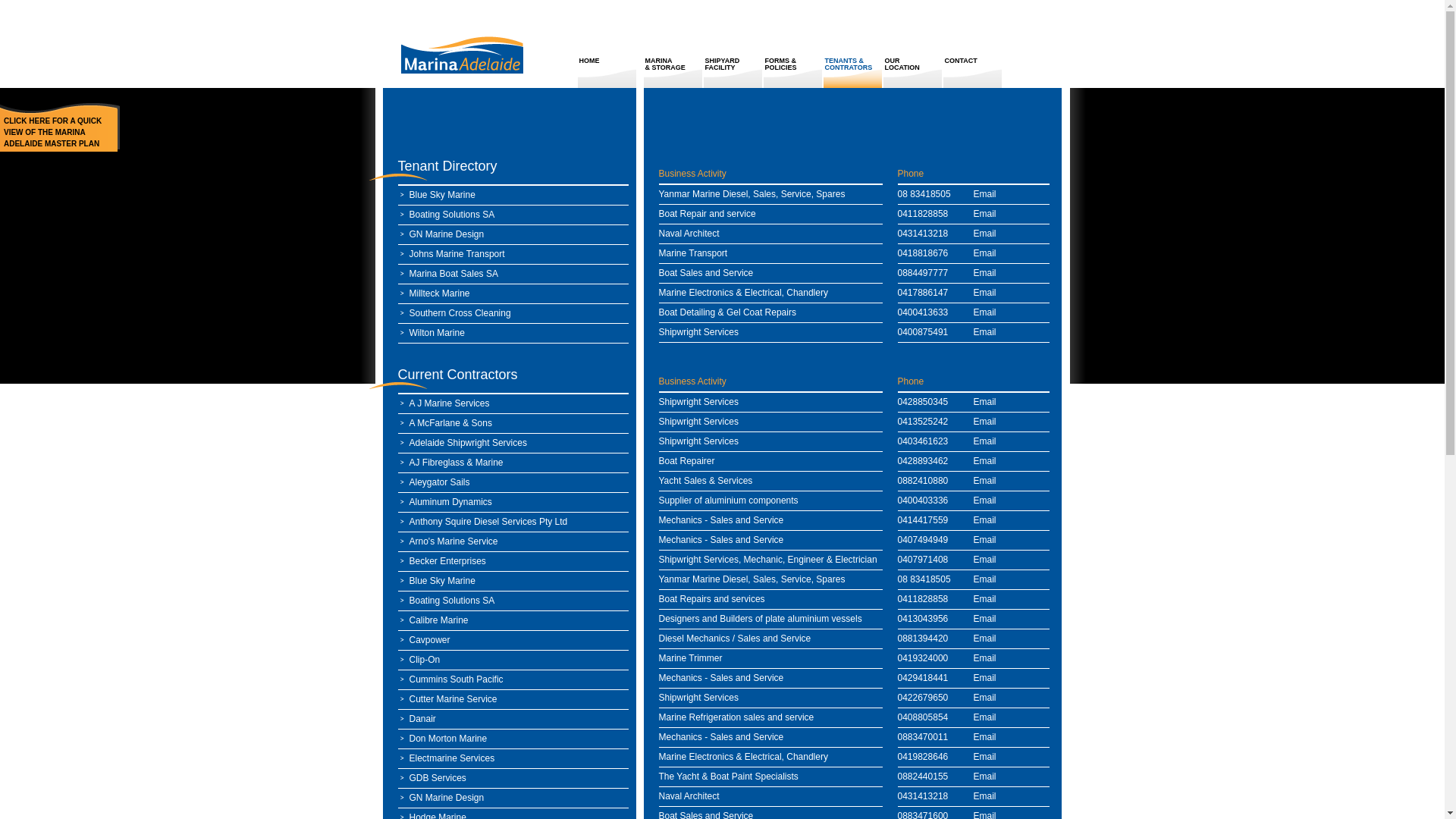 The image size is (1456, 819). I want to click on 'Email', so click(985, 717).